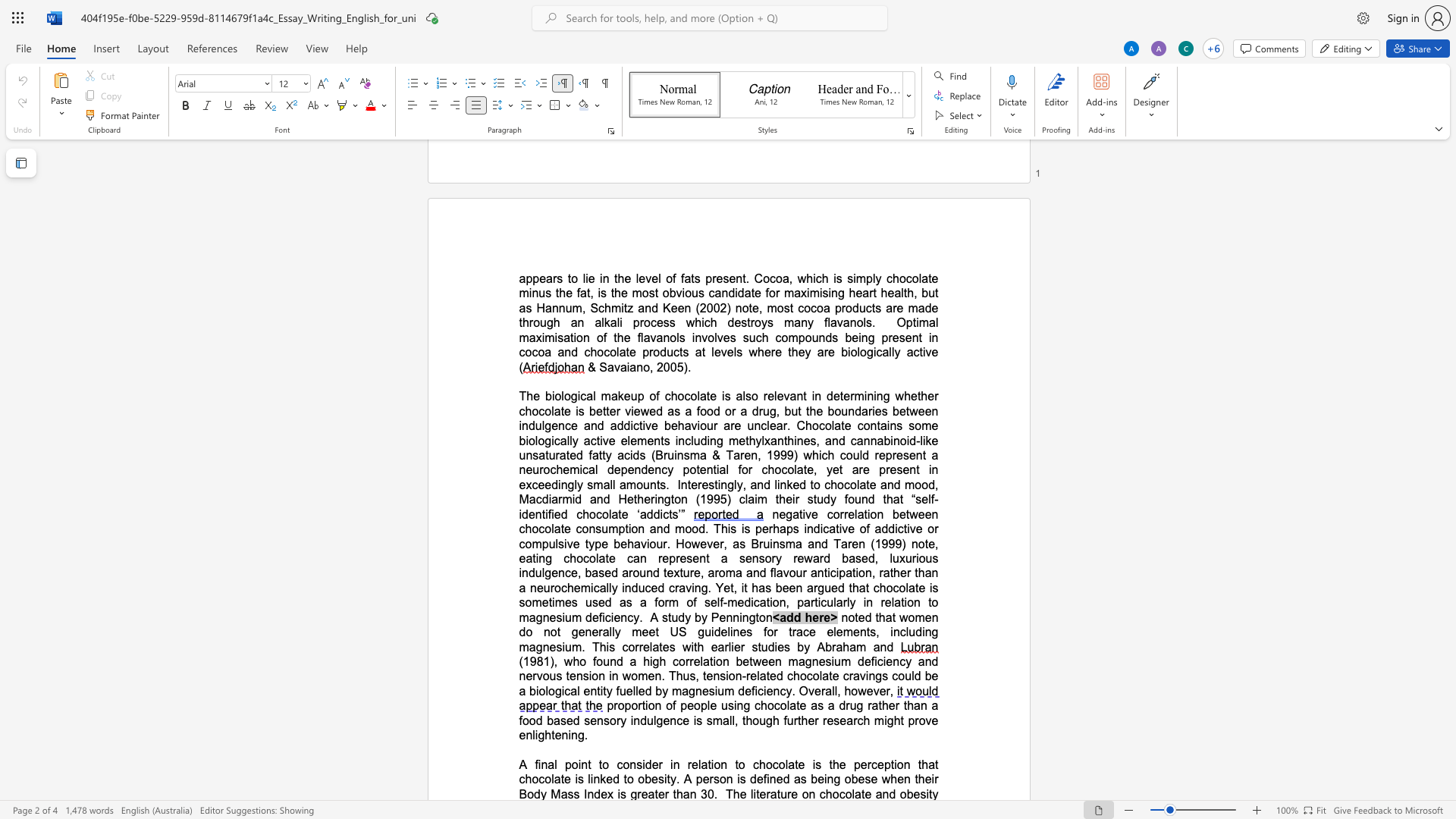 The height and width of the screenshot is (819, 1456). What do you see at coordinates (658, 499) in the screenshot?
I see `the space between the continuous character "i" and "n" in the text` at bounding box center [658, 499].